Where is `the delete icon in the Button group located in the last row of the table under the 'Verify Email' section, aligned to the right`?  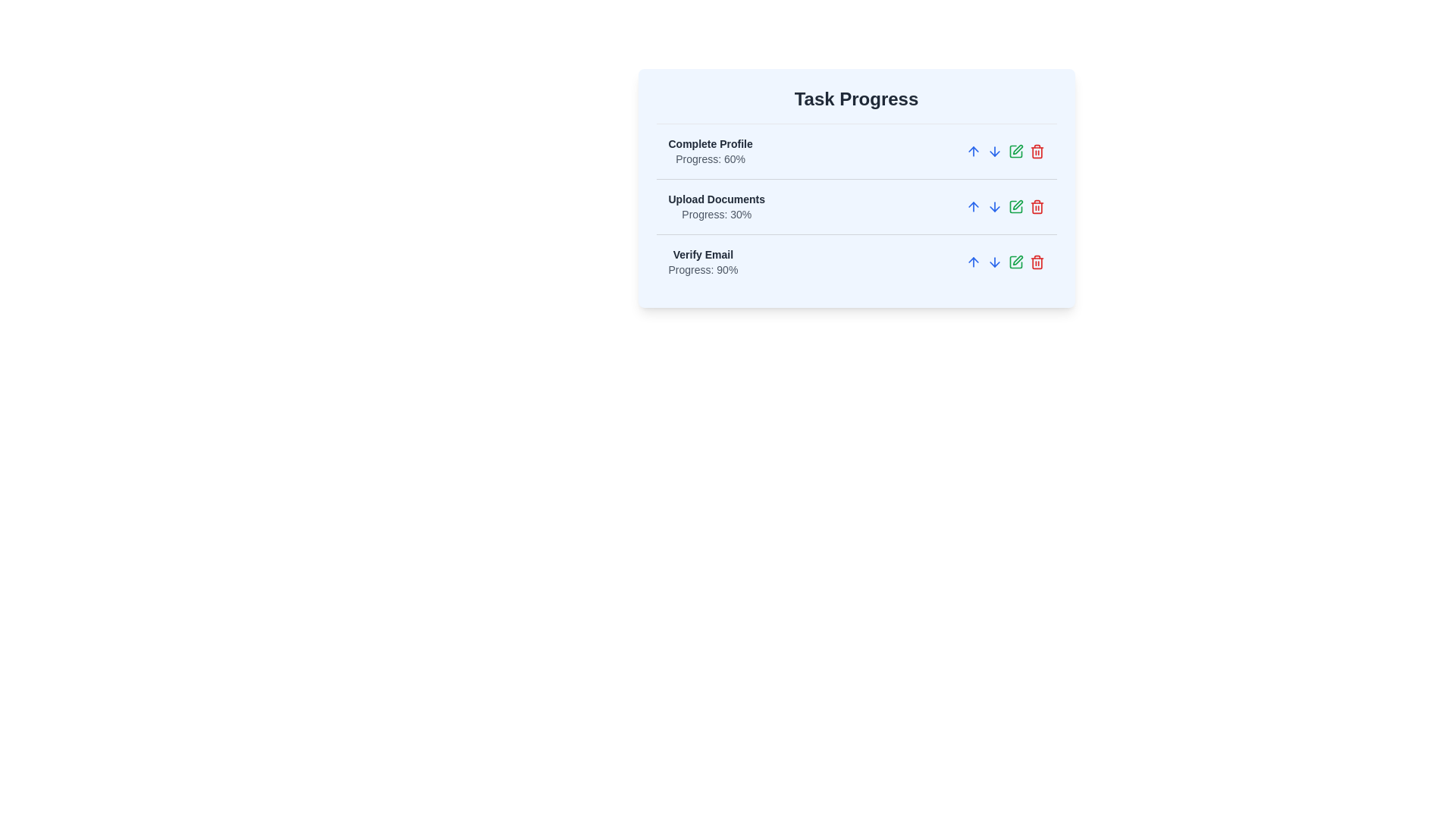 the delete icon in the Button group located in the last row of the table under the 'Verify Email' section, aligned to the right is located at coordinates (1005, 262).